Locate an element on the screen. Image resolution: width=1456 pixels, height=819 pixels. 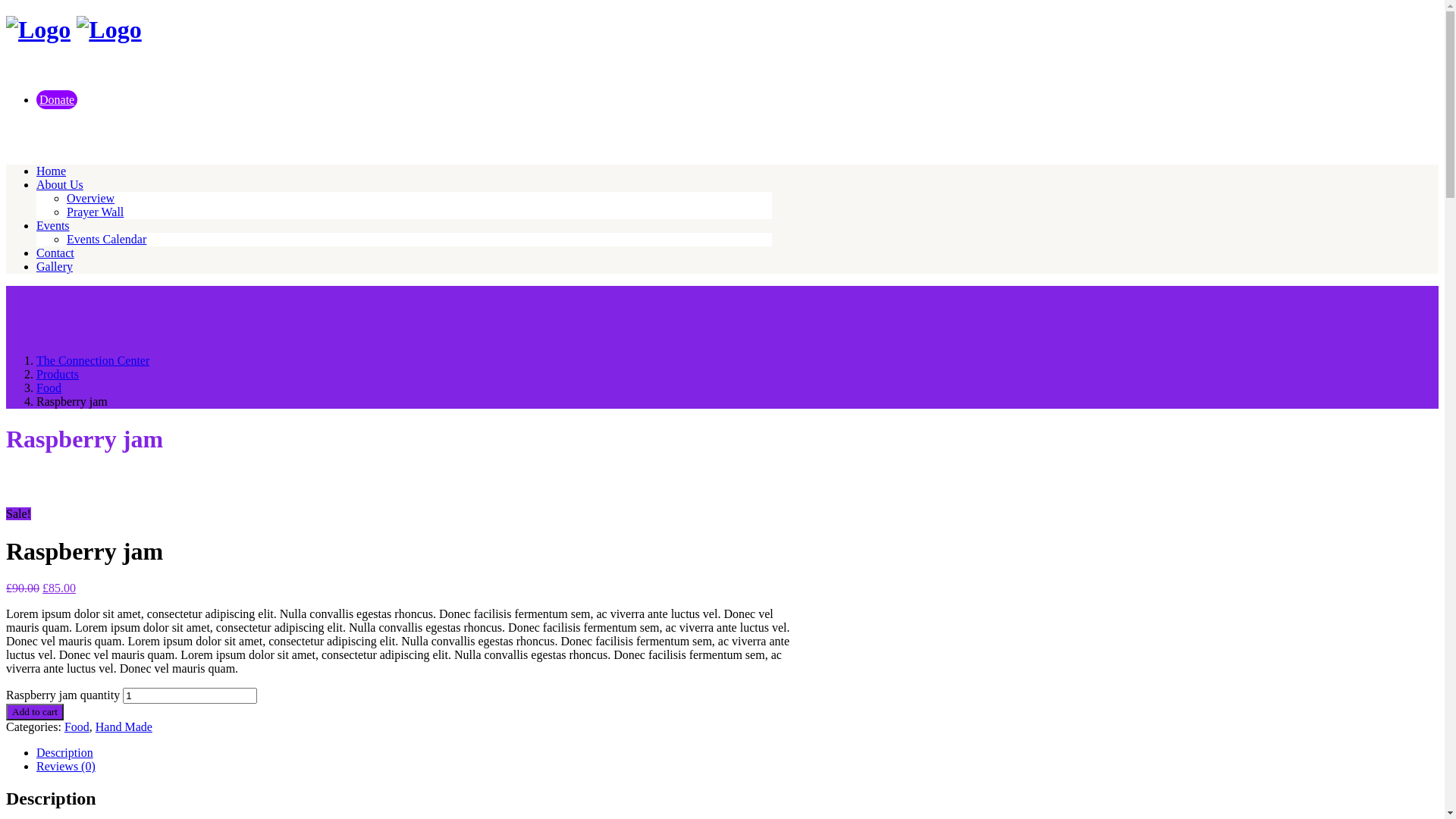
'About Us' is located at coordinates (36, 184).